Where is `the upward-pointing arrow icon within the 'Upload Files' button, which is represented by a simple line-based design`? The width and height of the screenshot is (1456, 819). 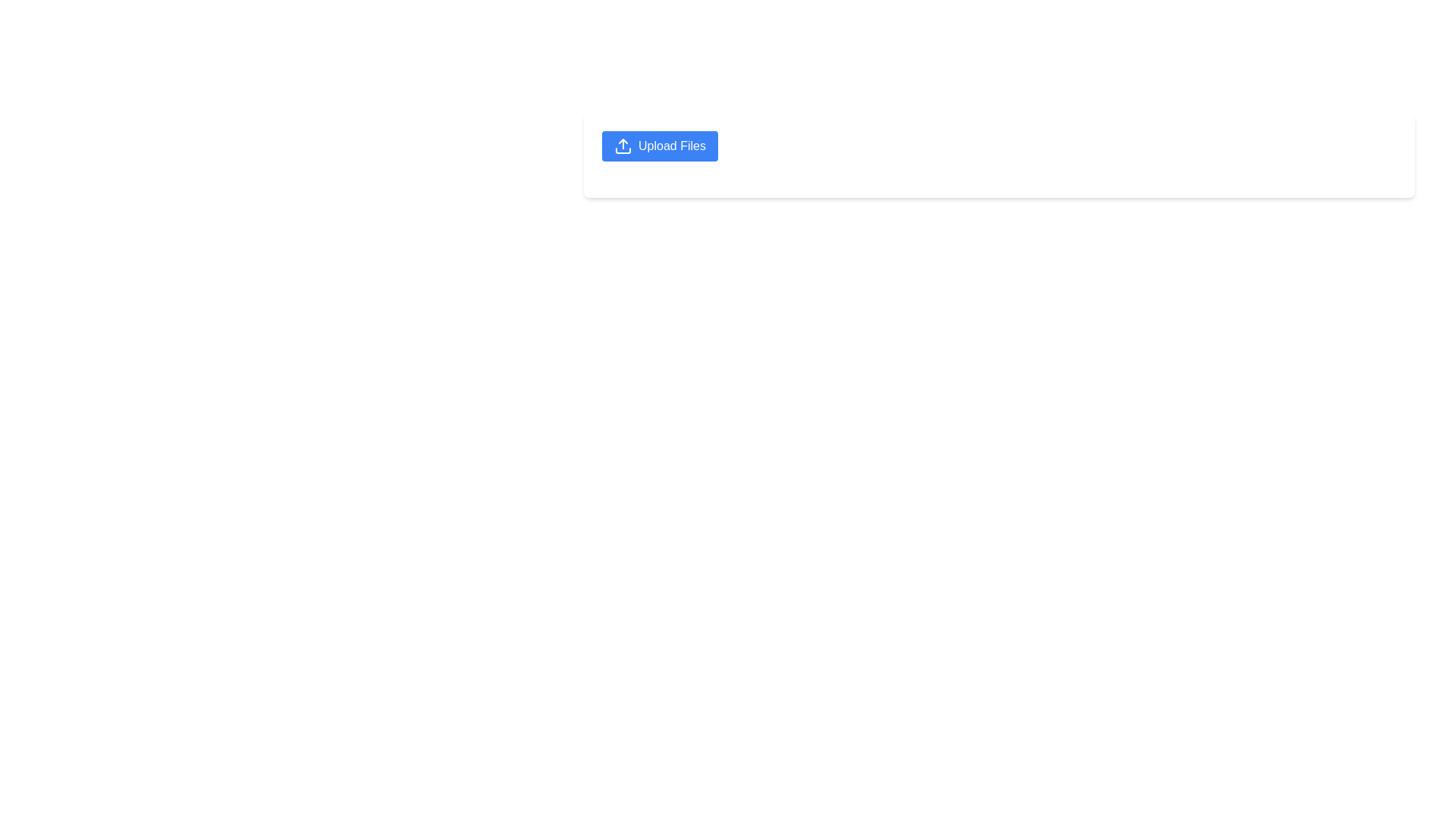 the upward-pointing arrow icon within the 'Upload Files' button, which is represented by a simple line-based design is located at coordinates (623, 146).